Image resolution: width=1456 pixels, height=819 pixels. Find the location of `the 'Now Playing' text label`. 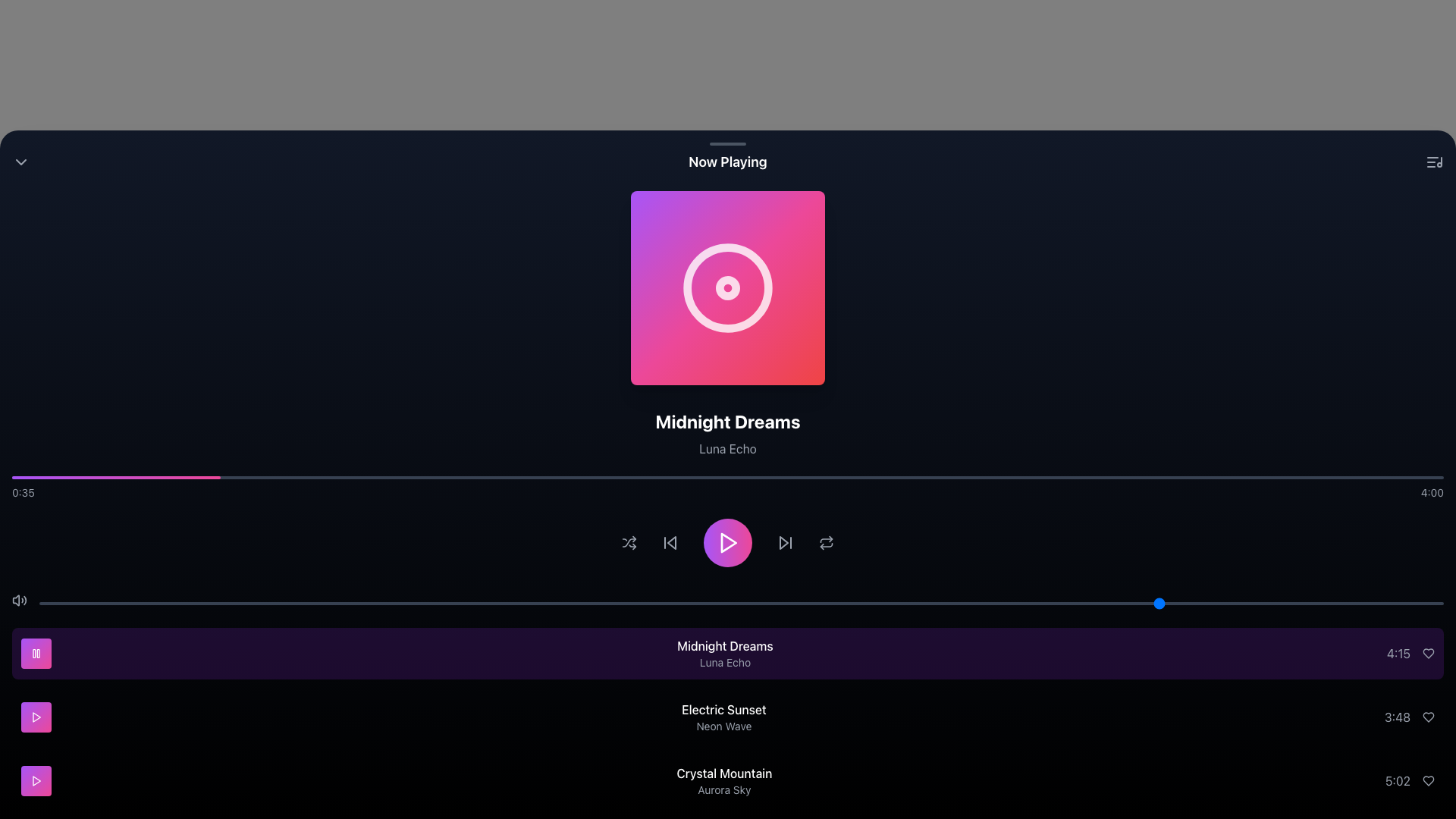

the 'Now Playing' text label is located at coordinates (728, 162).